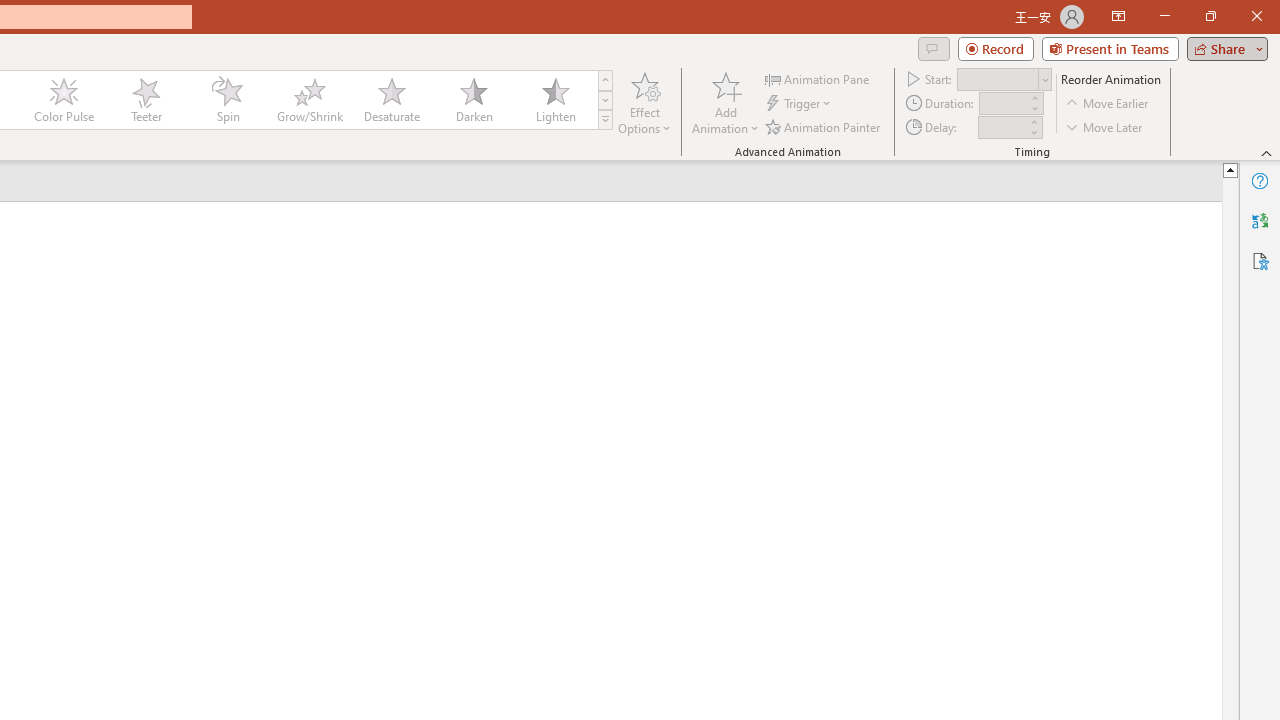 This screenshot has height=720, width=1280. I want to click on 'Animation Delay', so click(1002, 127).